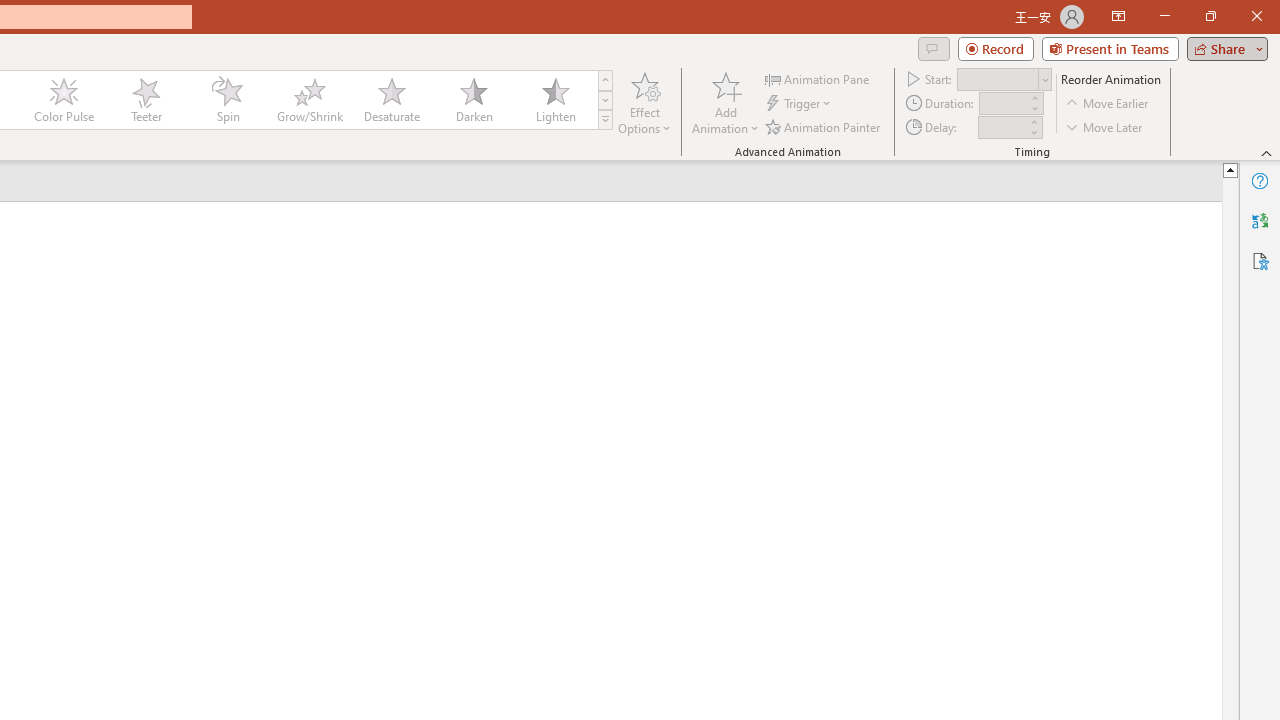 This screenshot has height=720, width=1280. I want to click on 'Animation Delay', so click(1002, 127).